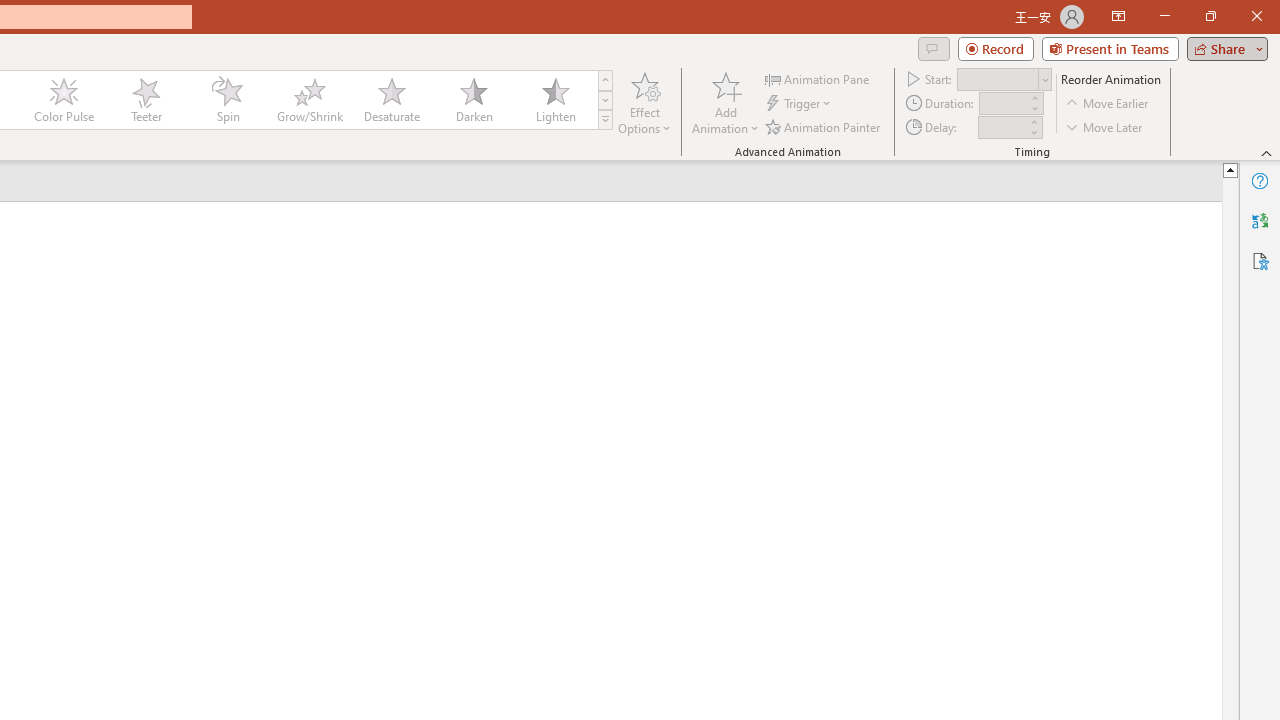 This screenshot has height=720, width=1280. I want to click on 'Animation Delay', so click(1002, 127).